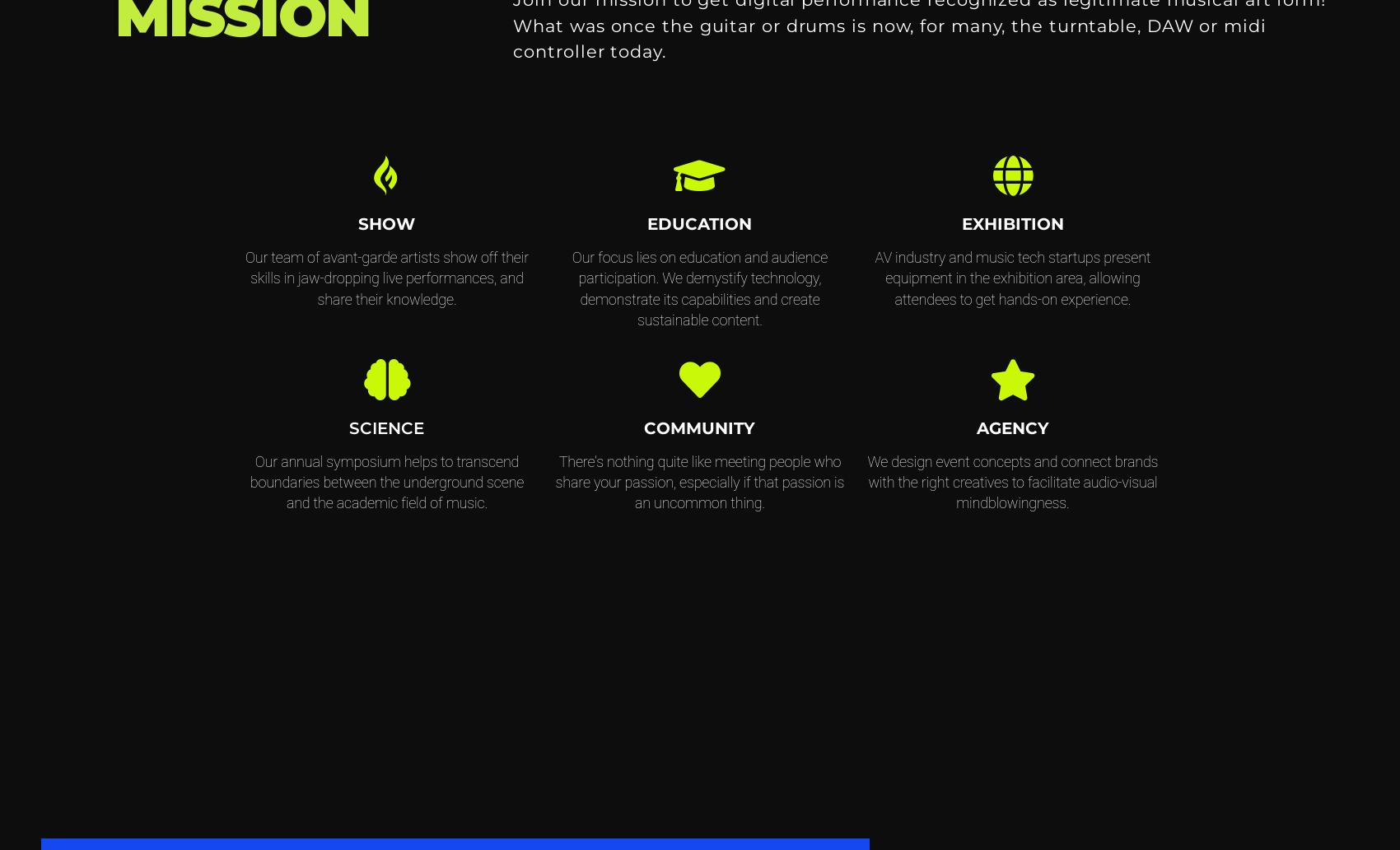  I want to click on 'We design event concepts and connect brands with the right creatives to facilitate audio-visual mindblowingness.', so click(1011, 482).